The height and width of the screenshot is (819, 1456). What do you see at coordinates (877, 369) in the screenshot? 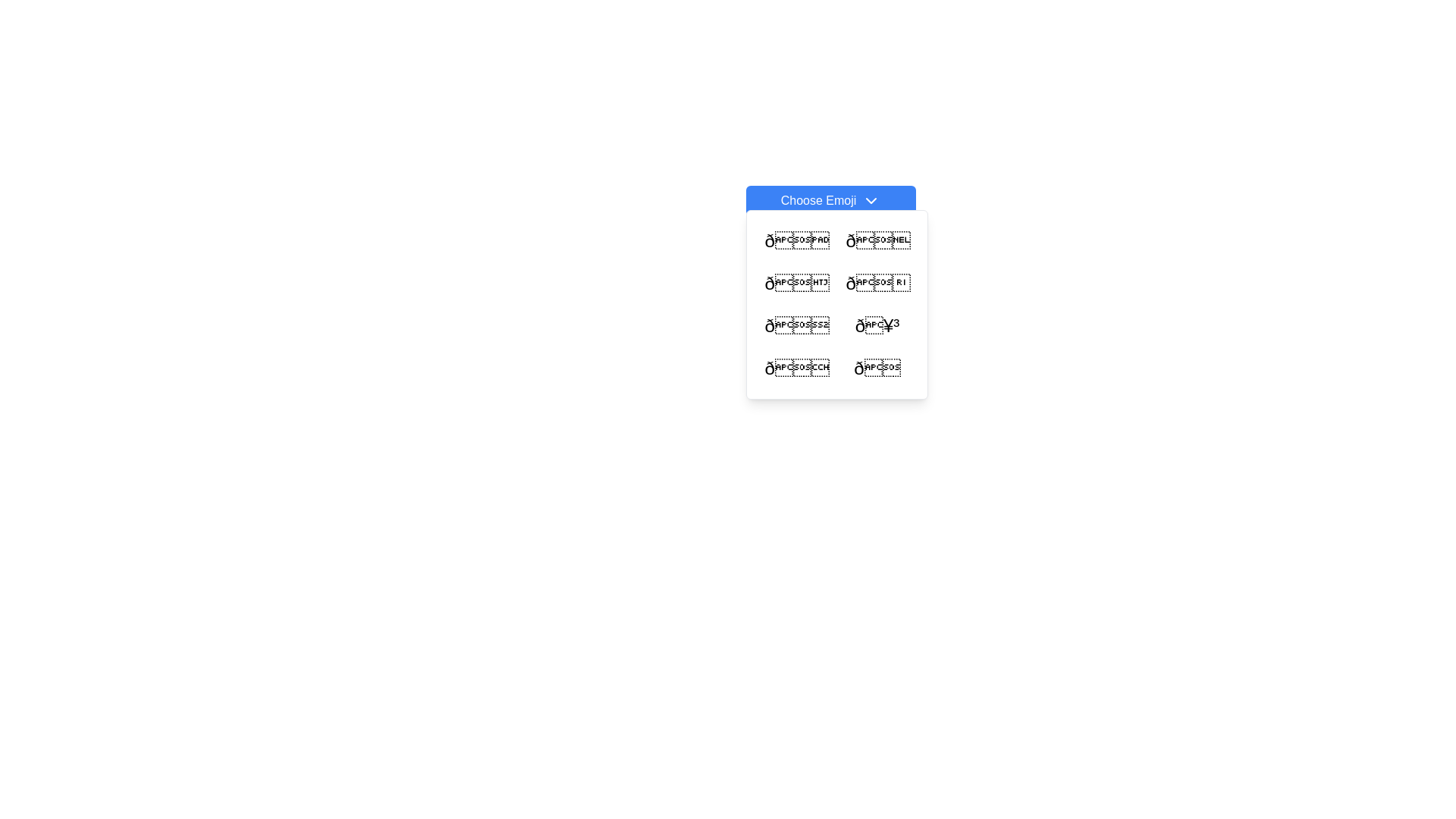
I see `the last emoji in the bottom-right corner of the emoji grid` at bounding box center [877, 369].